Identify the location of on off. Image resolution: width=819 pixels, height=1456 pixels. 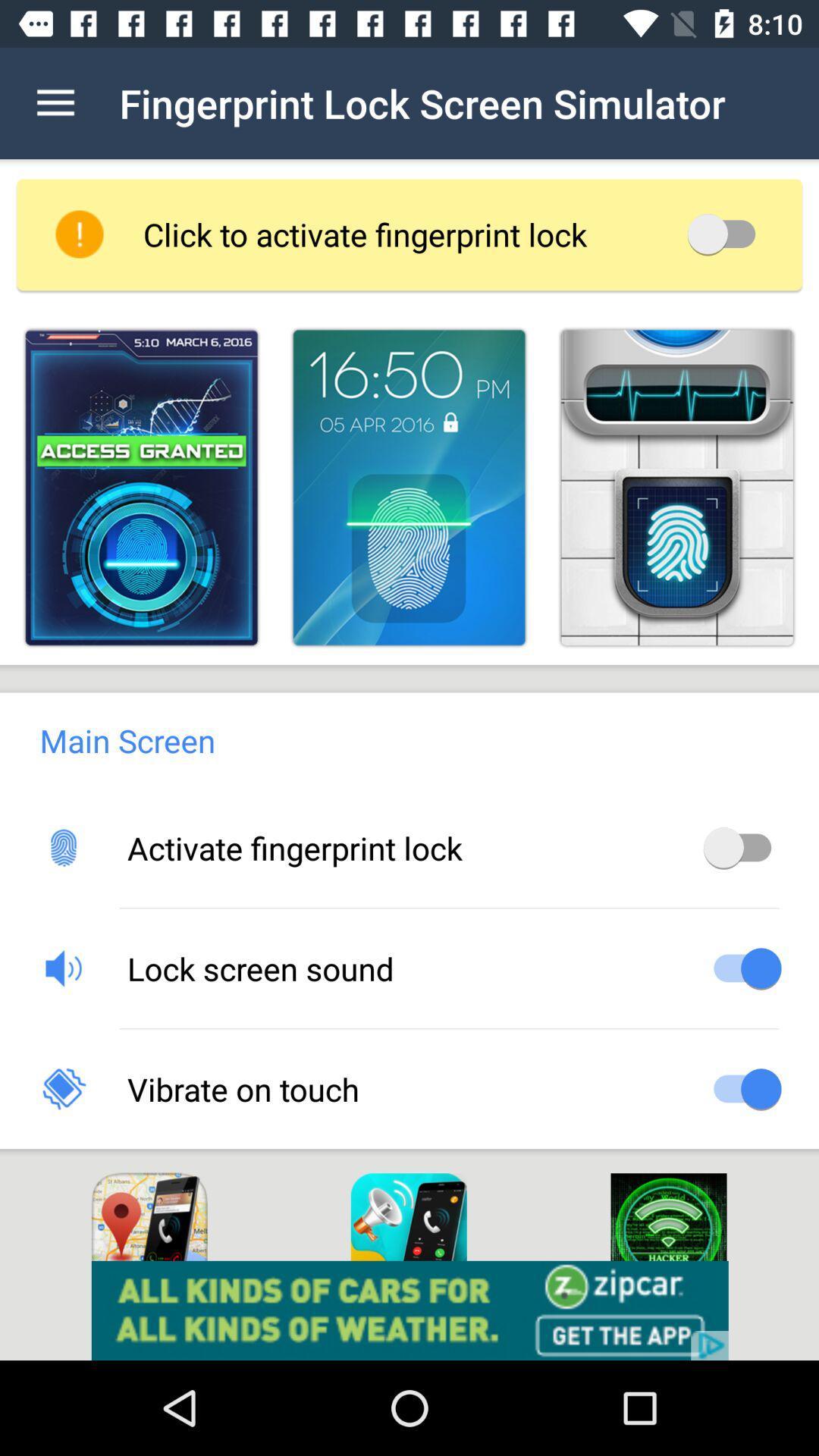
(742, 846).